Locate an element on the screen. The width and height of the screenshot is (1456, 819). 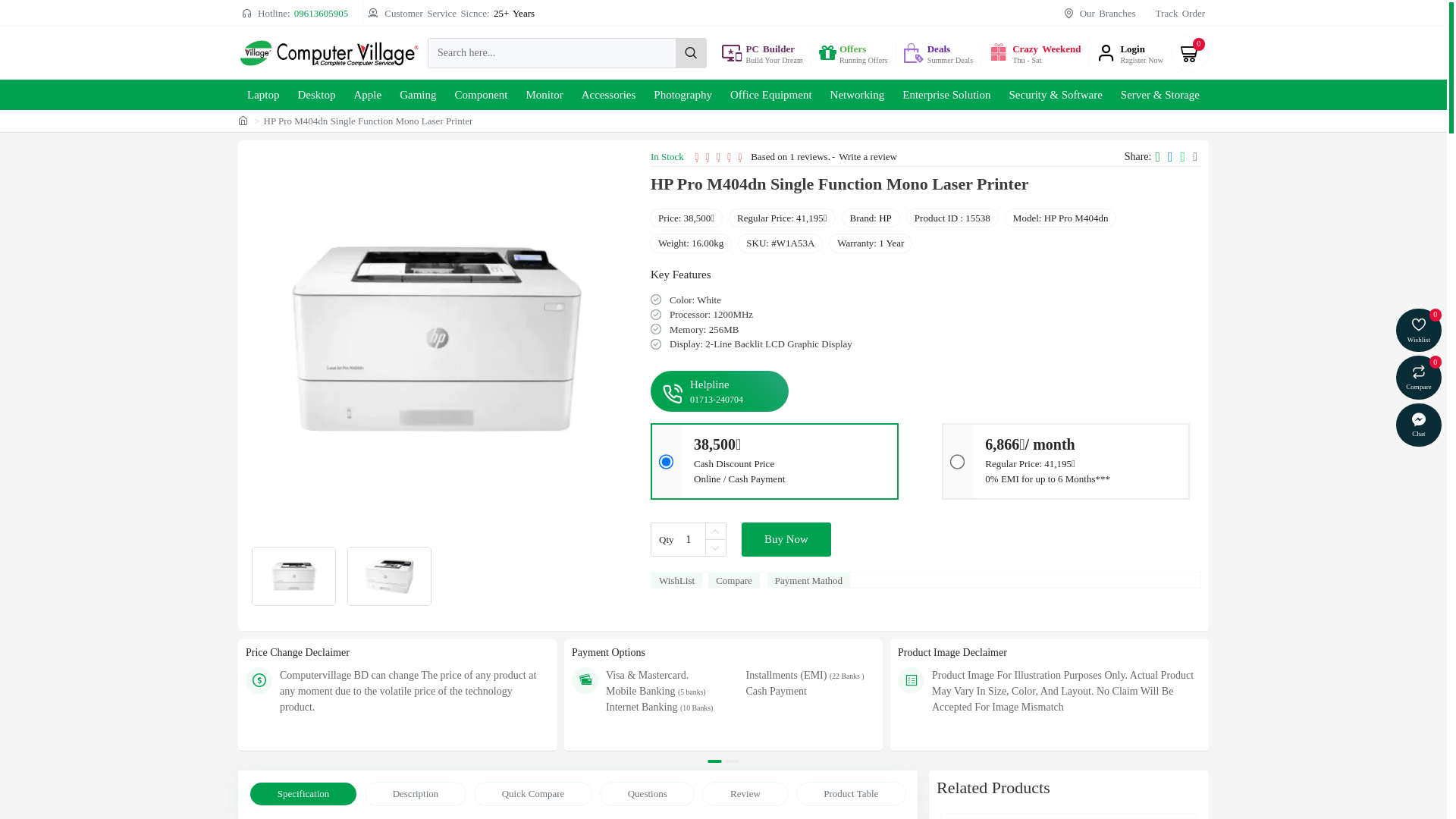
'Desktop' is located at coordinates (315, 94).